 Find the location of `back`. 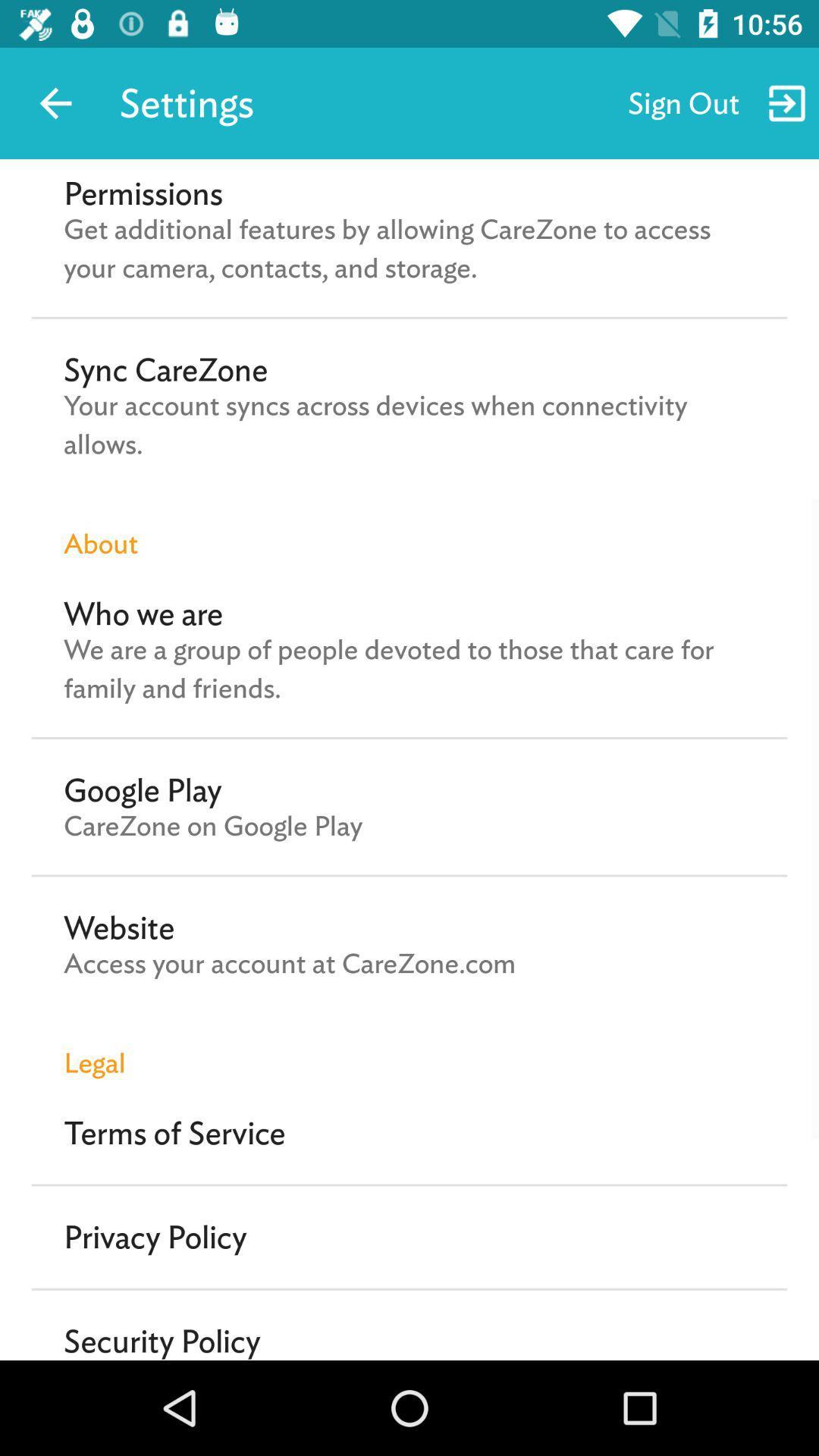

back is located at coordinates (55, 102).